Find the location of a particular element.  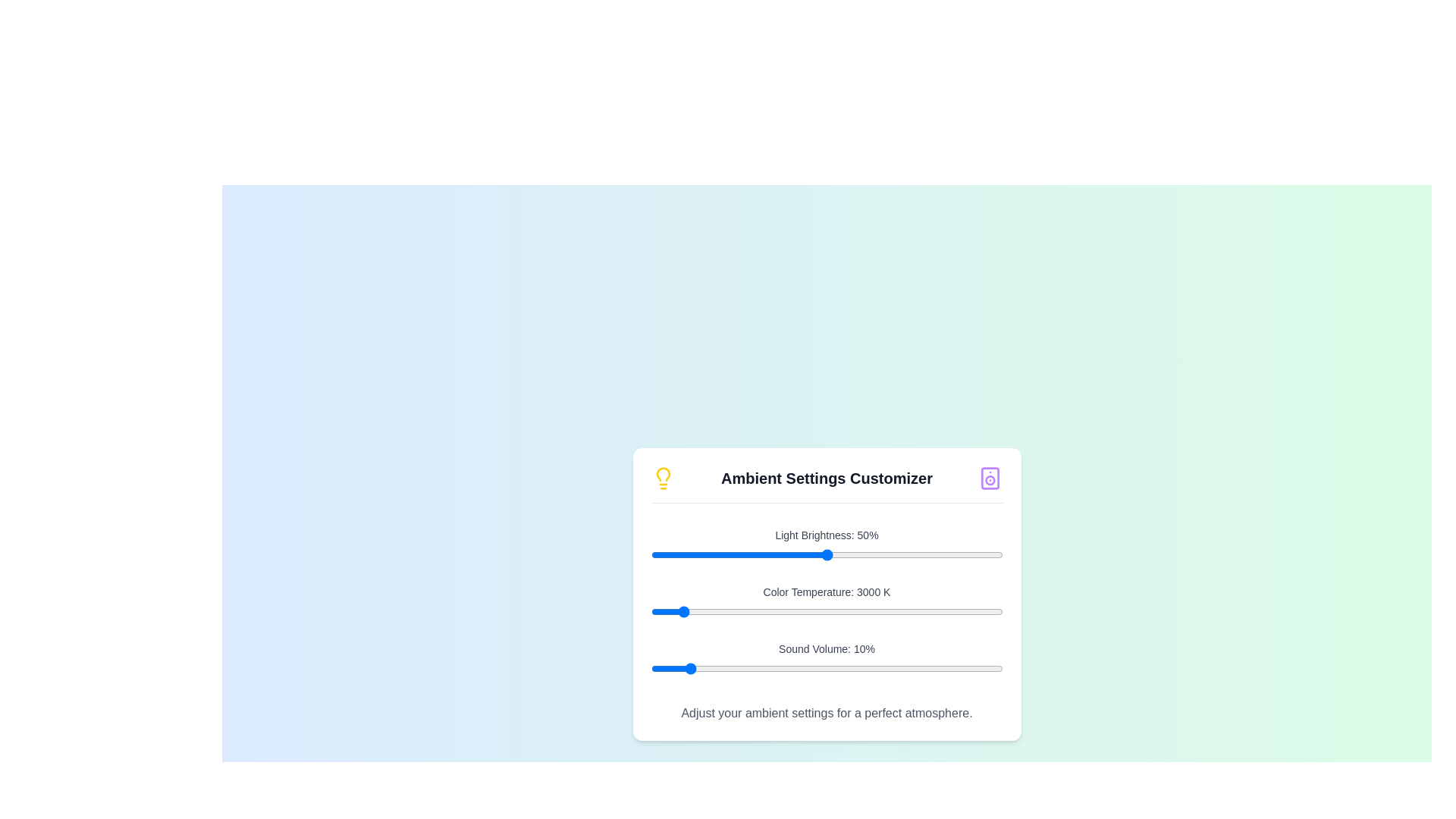

the Text label that serves as the header for ambient settings customization, located centrally between a yellow lightbulb icon and a purple speaker icon is located at coordinates (826, 479).